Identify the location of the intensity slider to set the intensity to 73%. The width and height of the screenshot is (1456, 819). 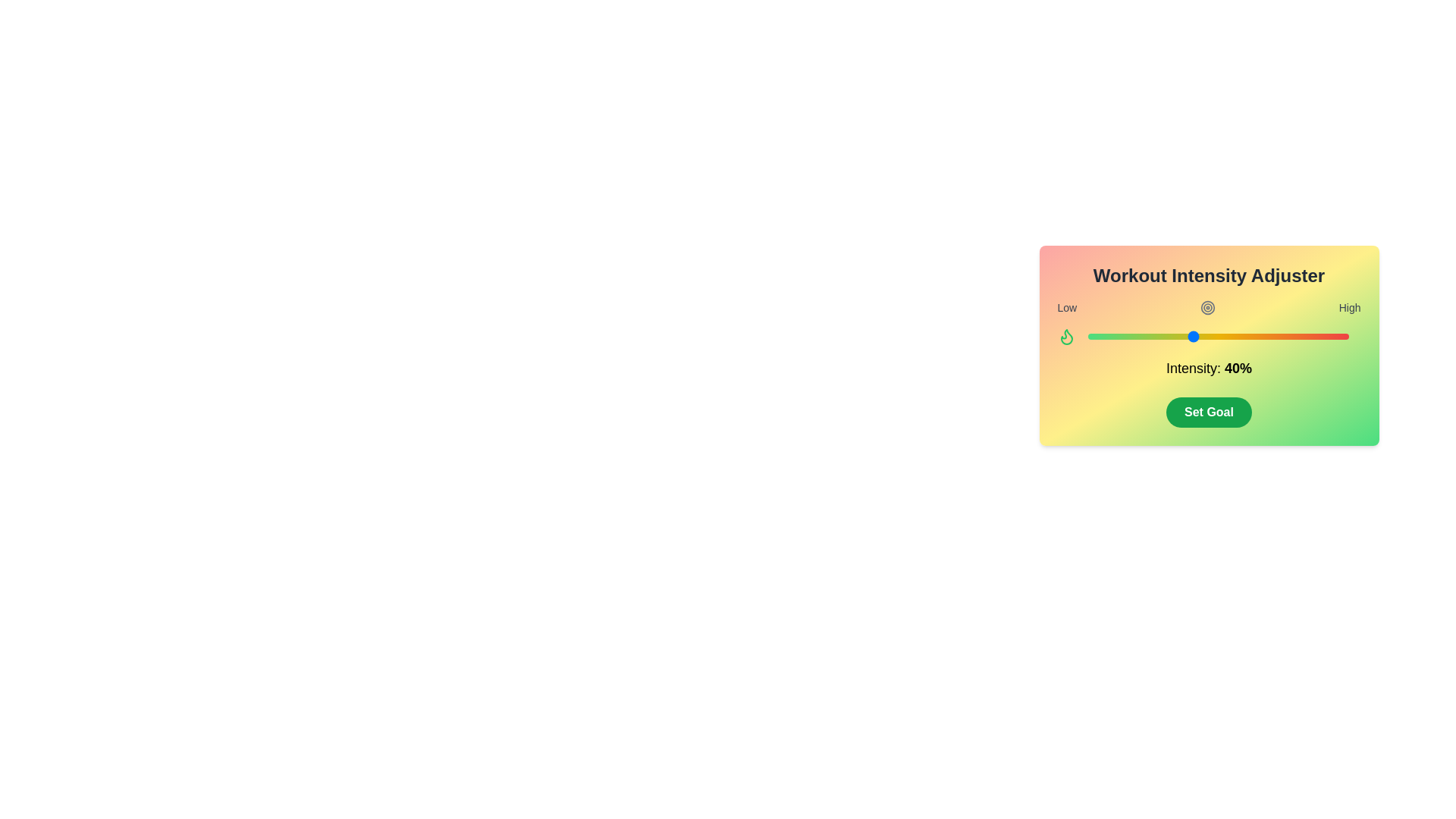
(1277, 335).